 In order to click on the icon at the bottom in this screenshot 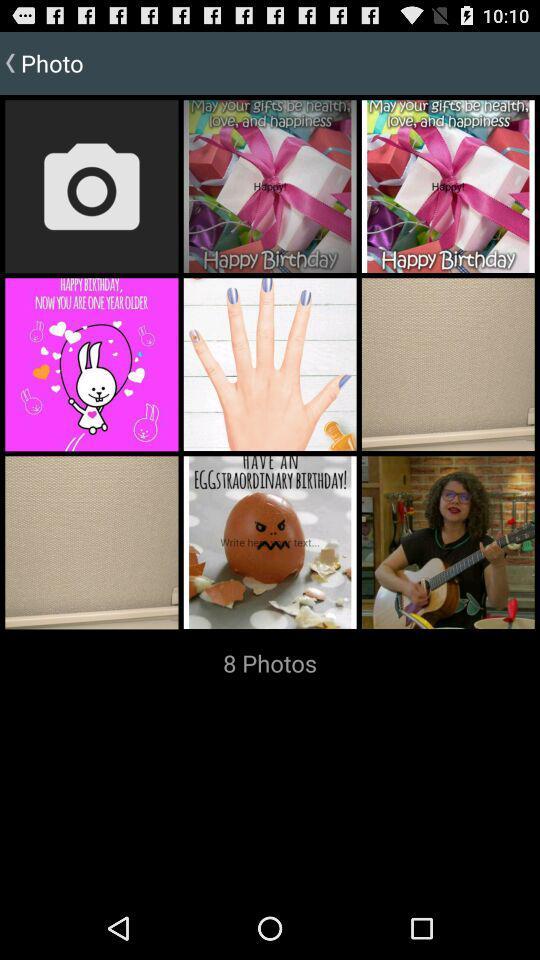, I will do `click(270, 663)`.